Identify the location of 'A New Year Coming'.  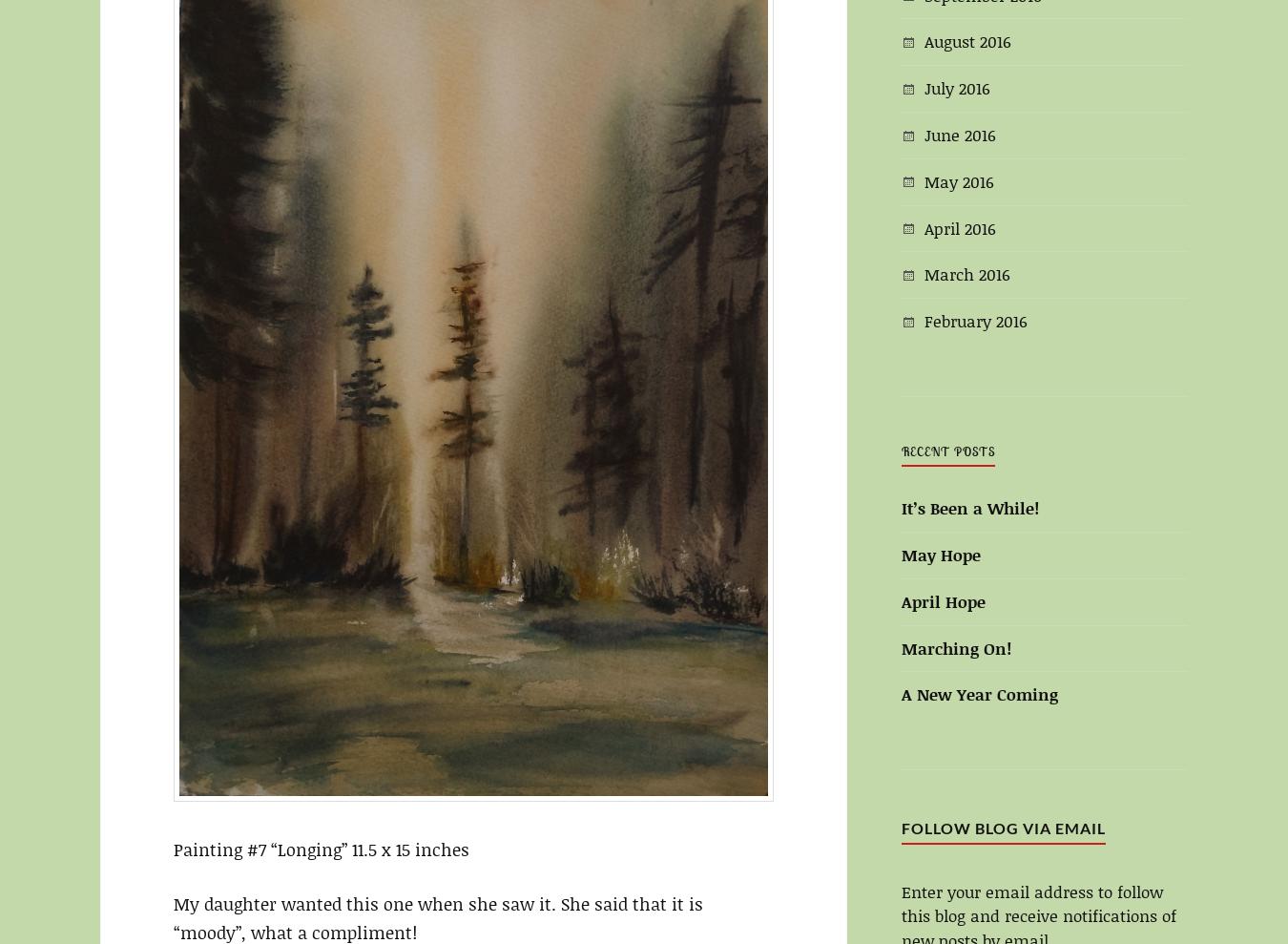
(979, 694).